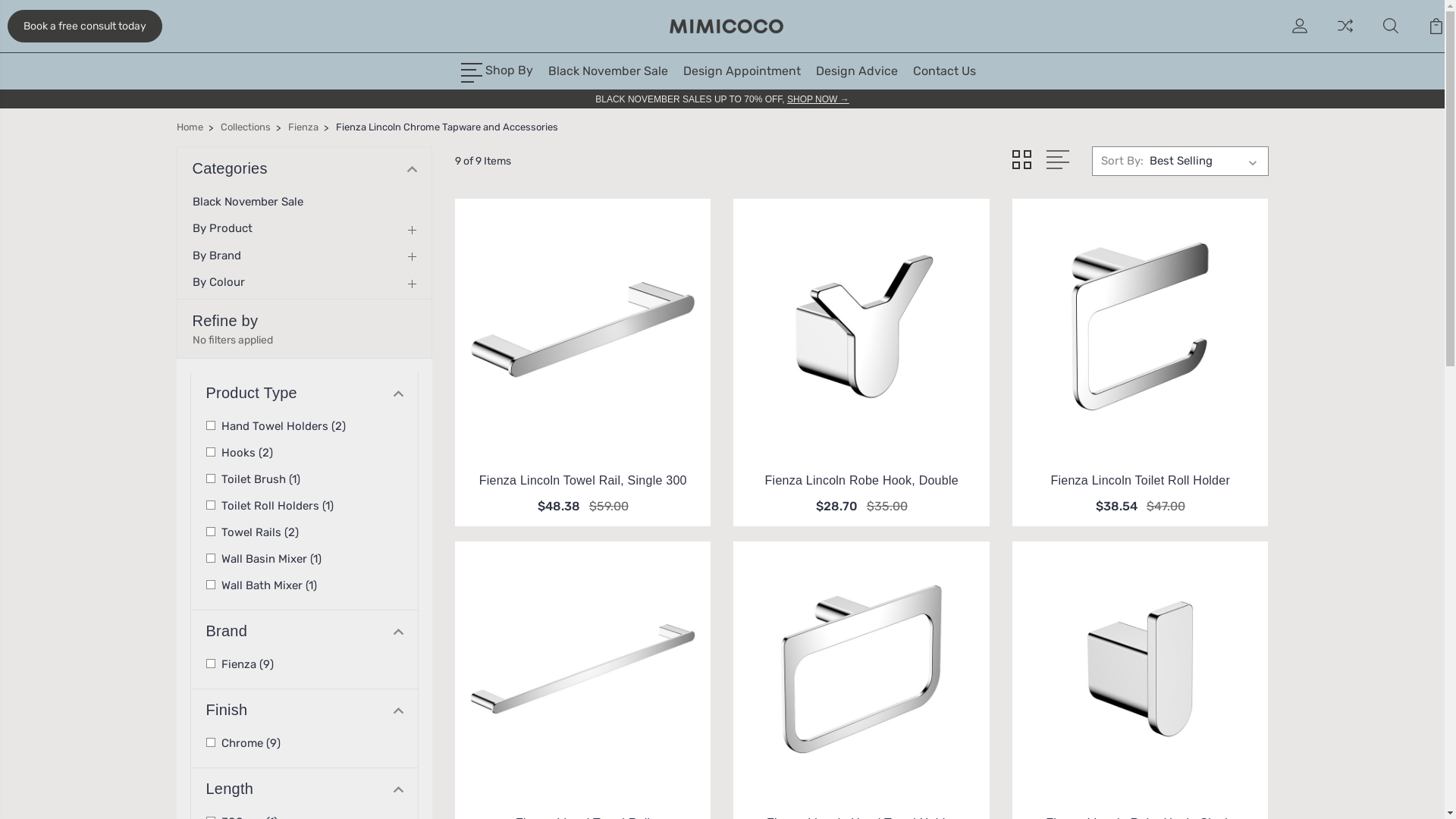 This screenshot has width=1456, height=819. I want to click on 'Collections', so click(218, 126).